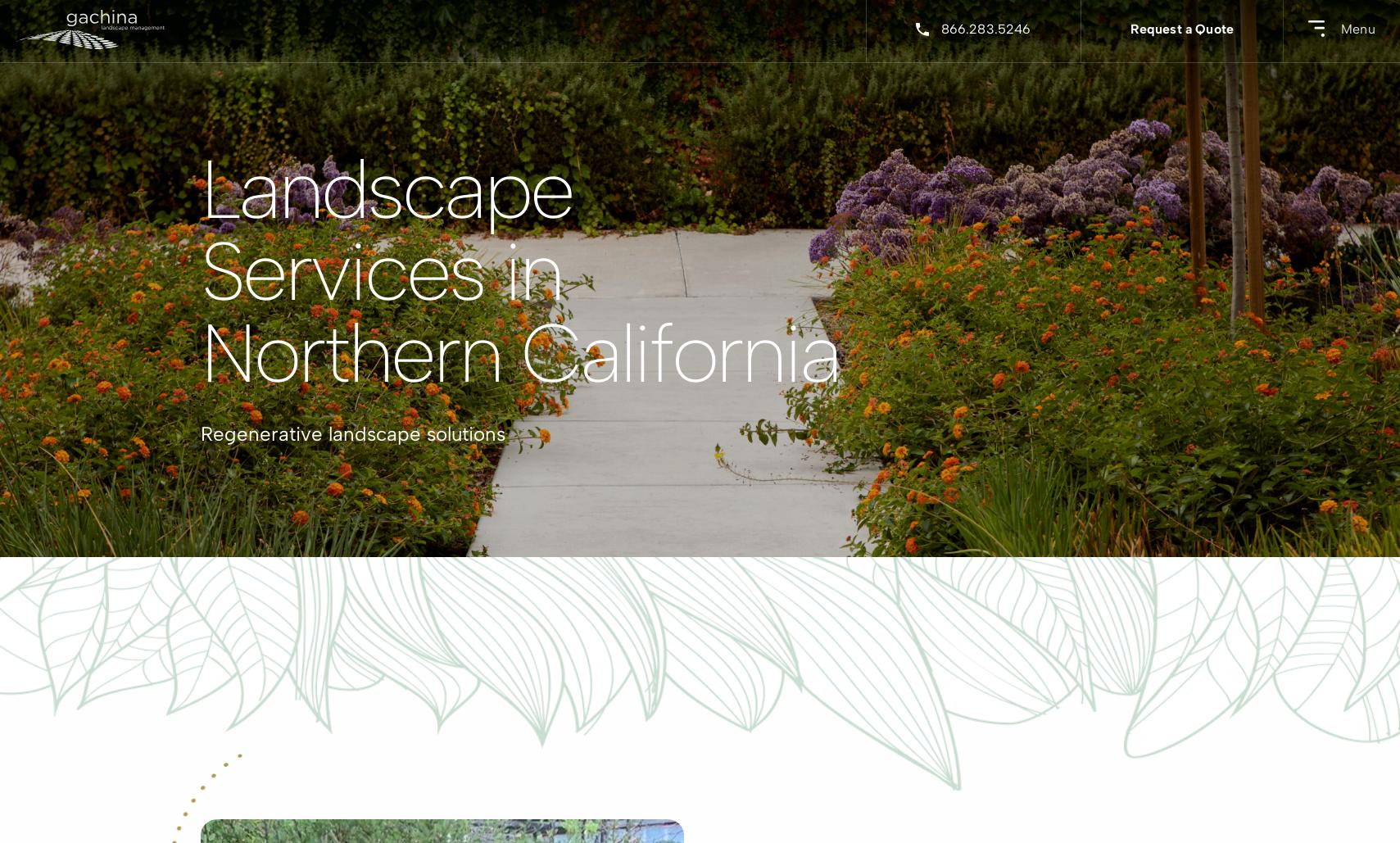 The width and height of the screenshot is (1400, 843). Describe the element at coordinates (650, 379) in the screenshot. I see `'Corporate'` at that location.